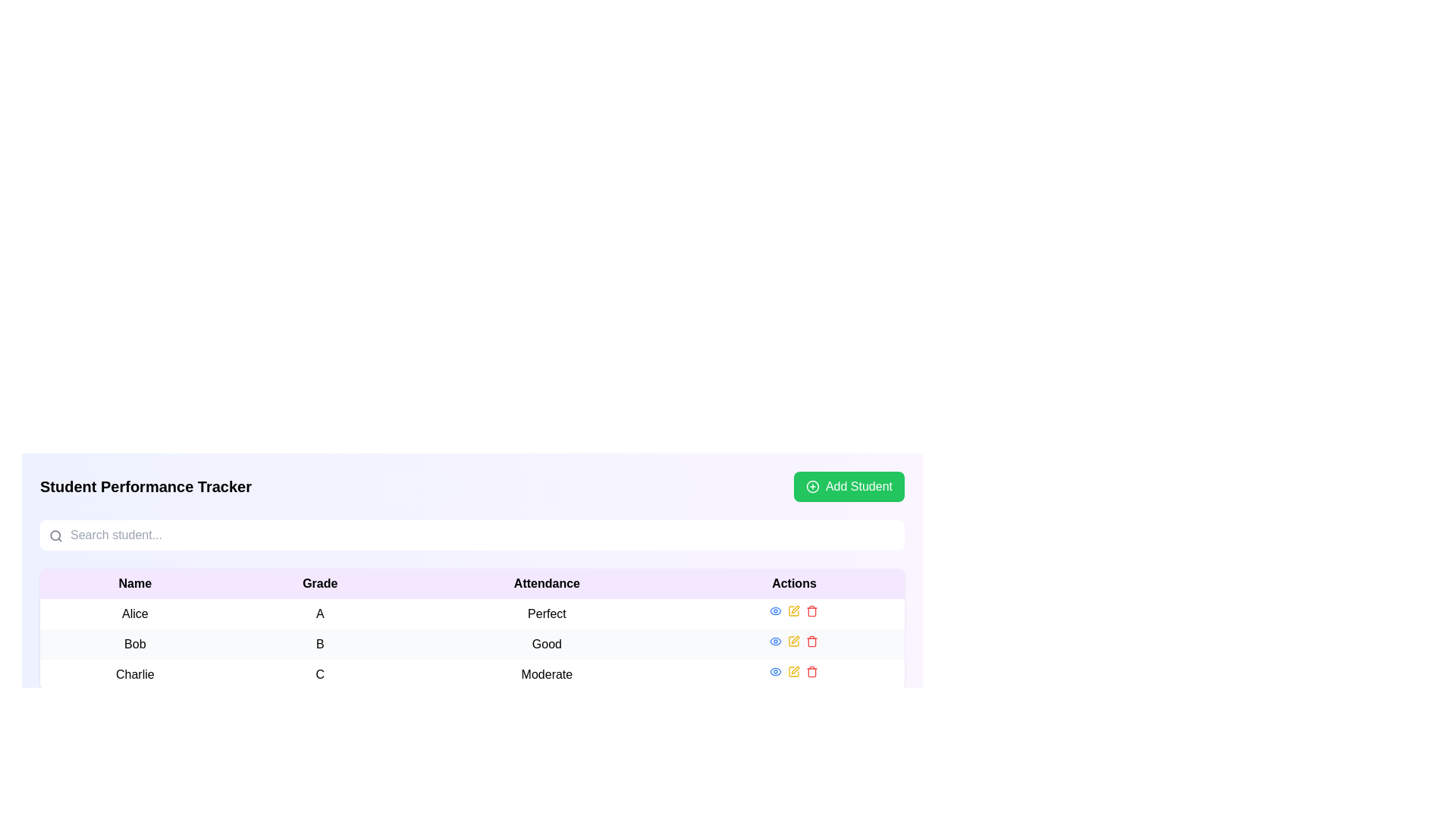  Describe the element at coordinates (546, 644) in the screenshot. I see `the text label displaying 'Good' in the 'Attendance' column of the table row associated with 'Bob'` at that location.